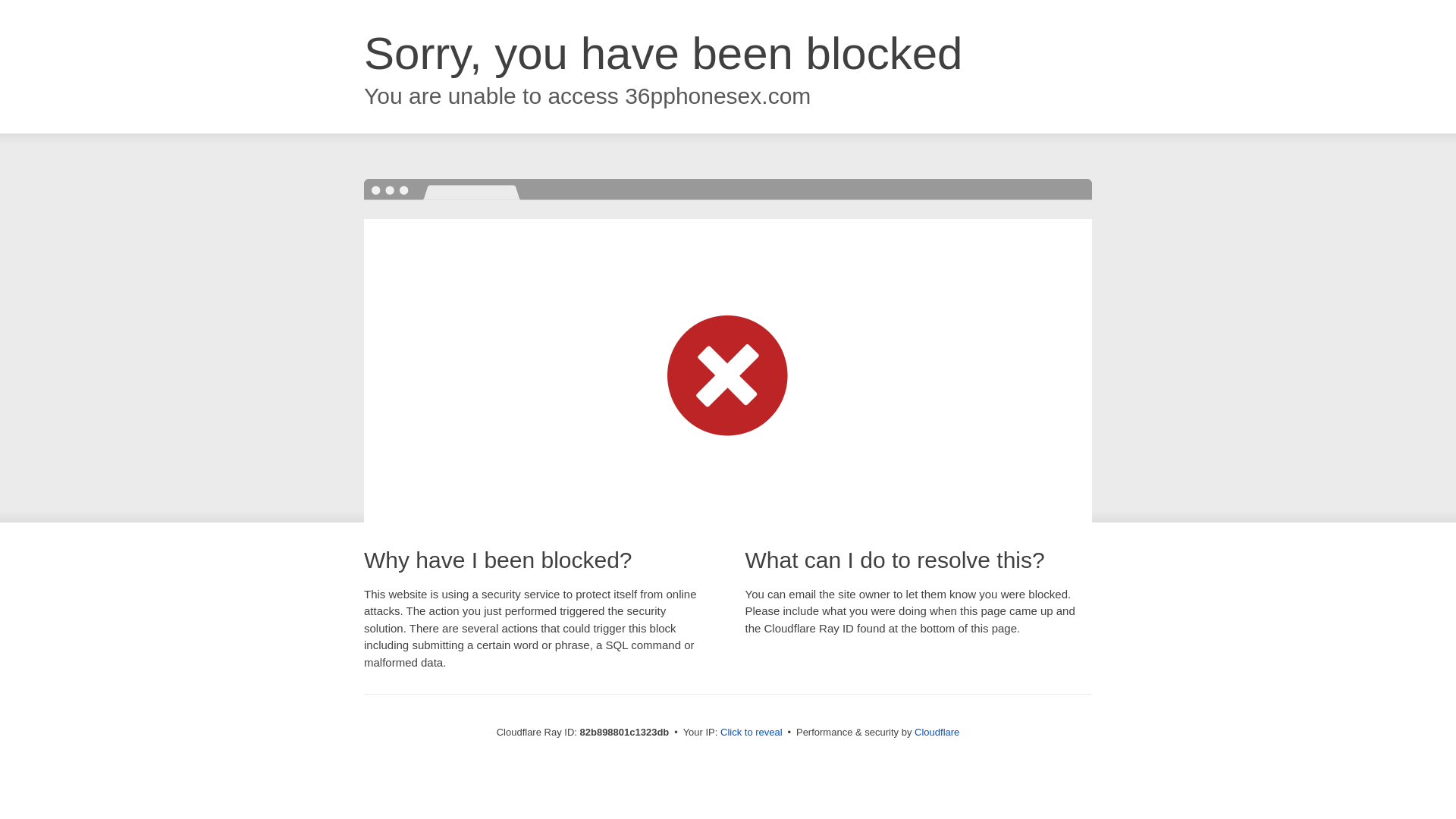 This screenshot has width=1456, height=819. Describe the element at coordinates (720, 731) in the screenshot. I see `'Click to reveal'` at that location.